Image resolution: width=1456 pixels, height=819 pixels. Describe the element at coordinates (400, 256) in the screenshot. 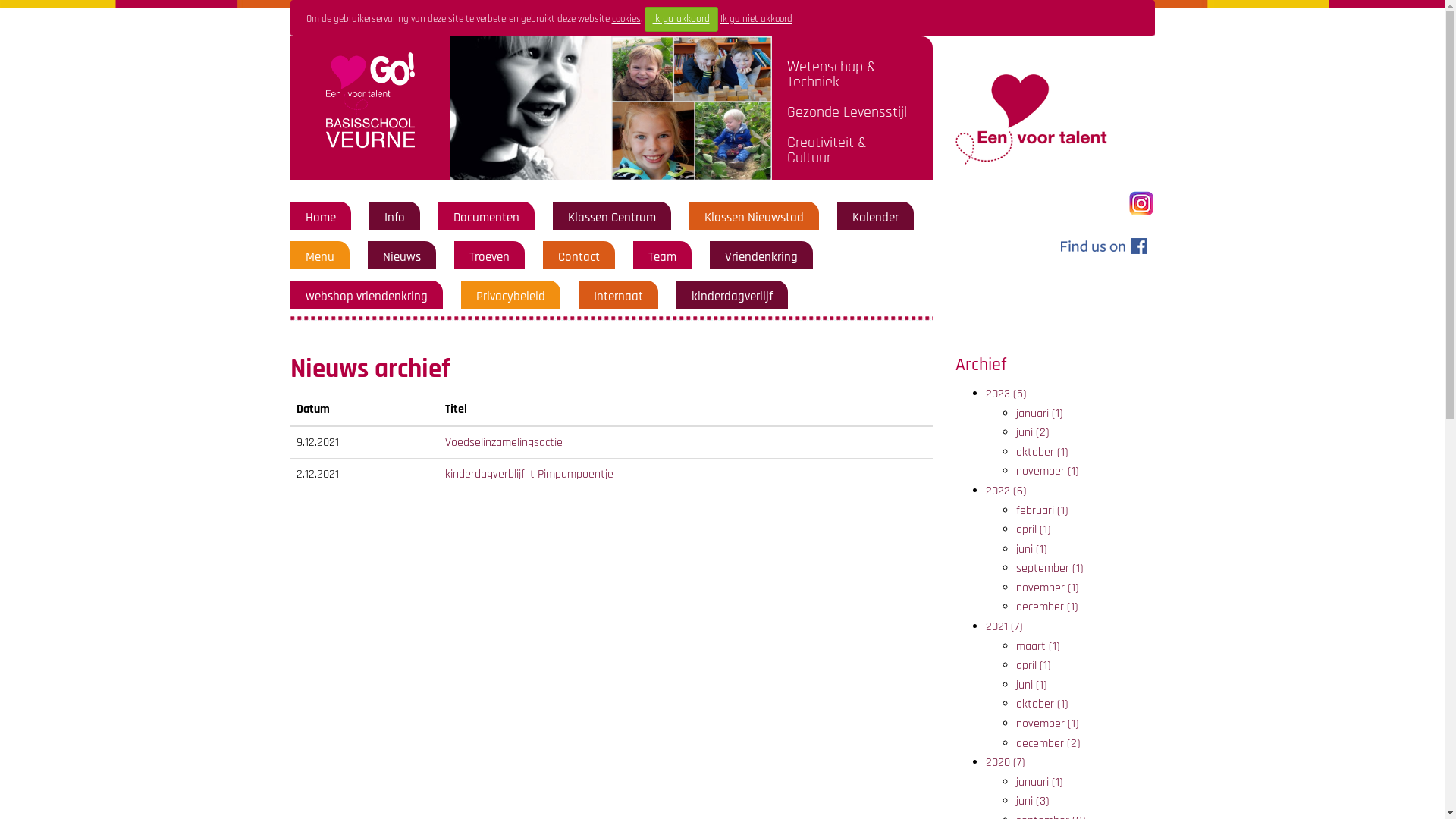

I see `'Nieuws'` at that location.